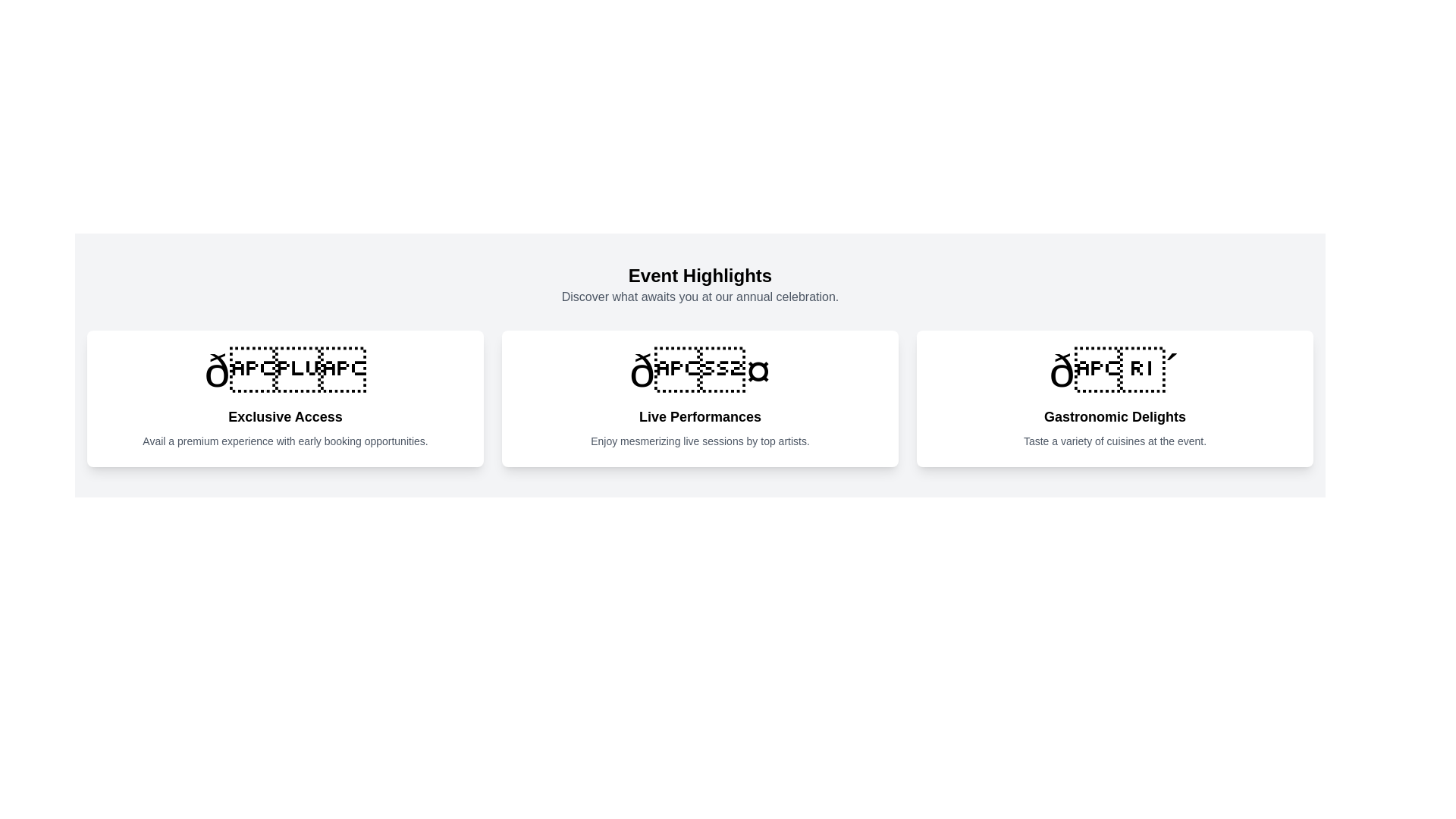 This screenshot has width=1456, height=819. I want to click on text label that says 'Enjoy mesmerizing live sessions by top artists.' located in the bottom section of the 'Live Performances' card, so click(699, 441).